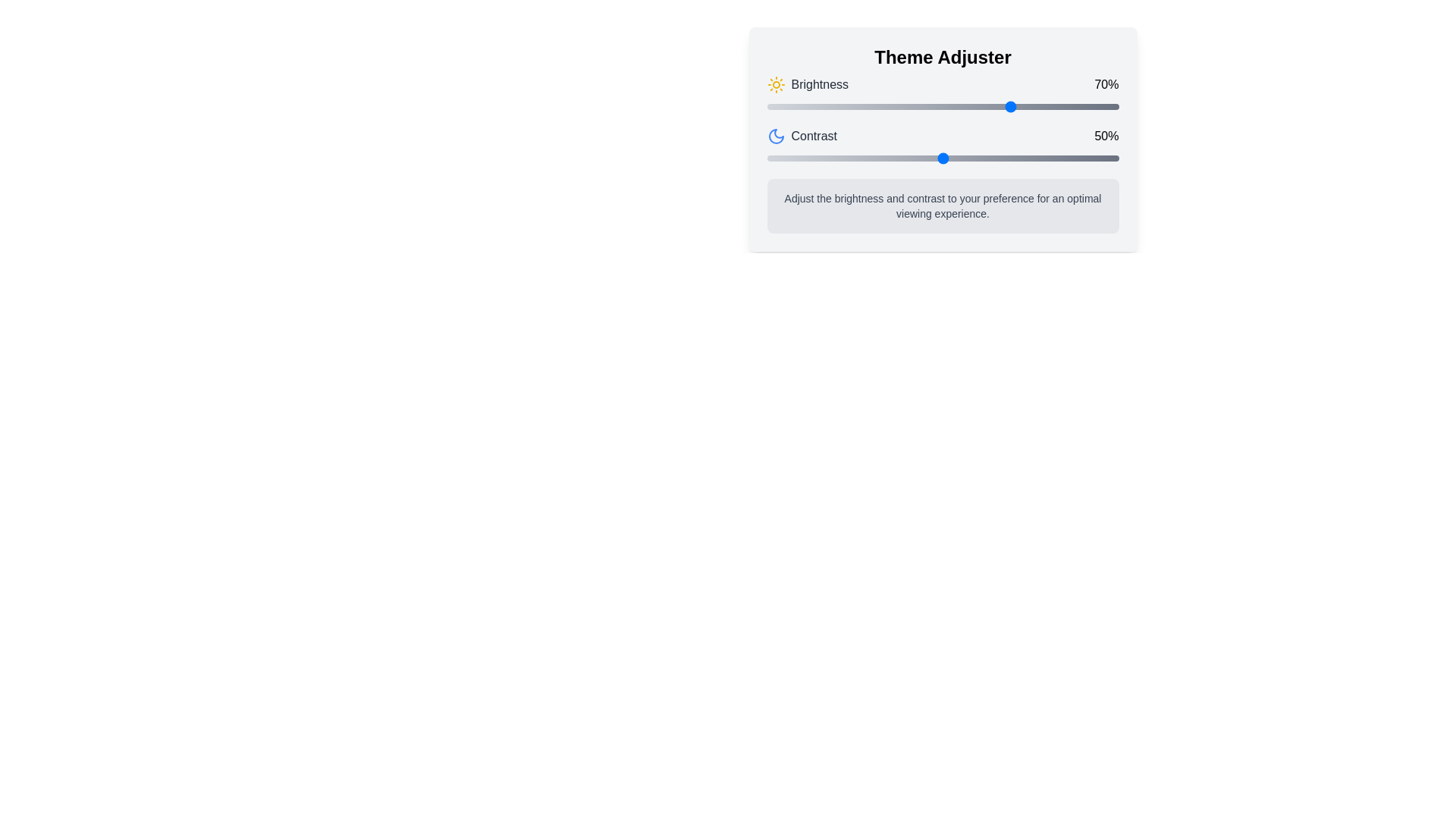  Describe the element at coordinates (1106, 84) in the screenshot. I see `the text label displaying '70%' in the brightness adjustment section of the 'Theme Adjuster' interface` at that location.